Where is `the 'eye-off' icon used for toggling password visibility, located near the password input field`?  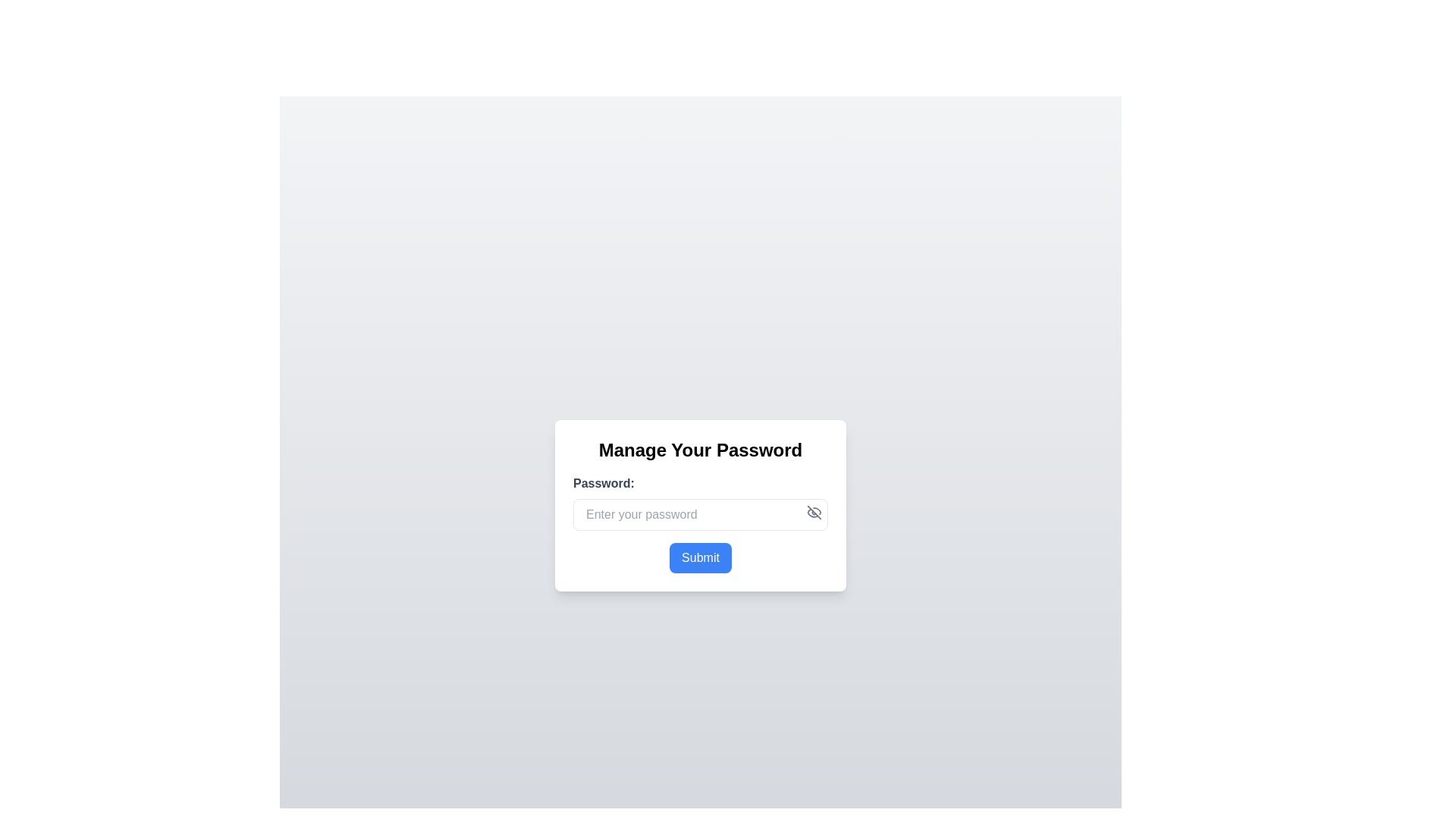
the 'eye-off' icon used for toggling password visibility, located near the password input field is located at coordinates (814, 512).